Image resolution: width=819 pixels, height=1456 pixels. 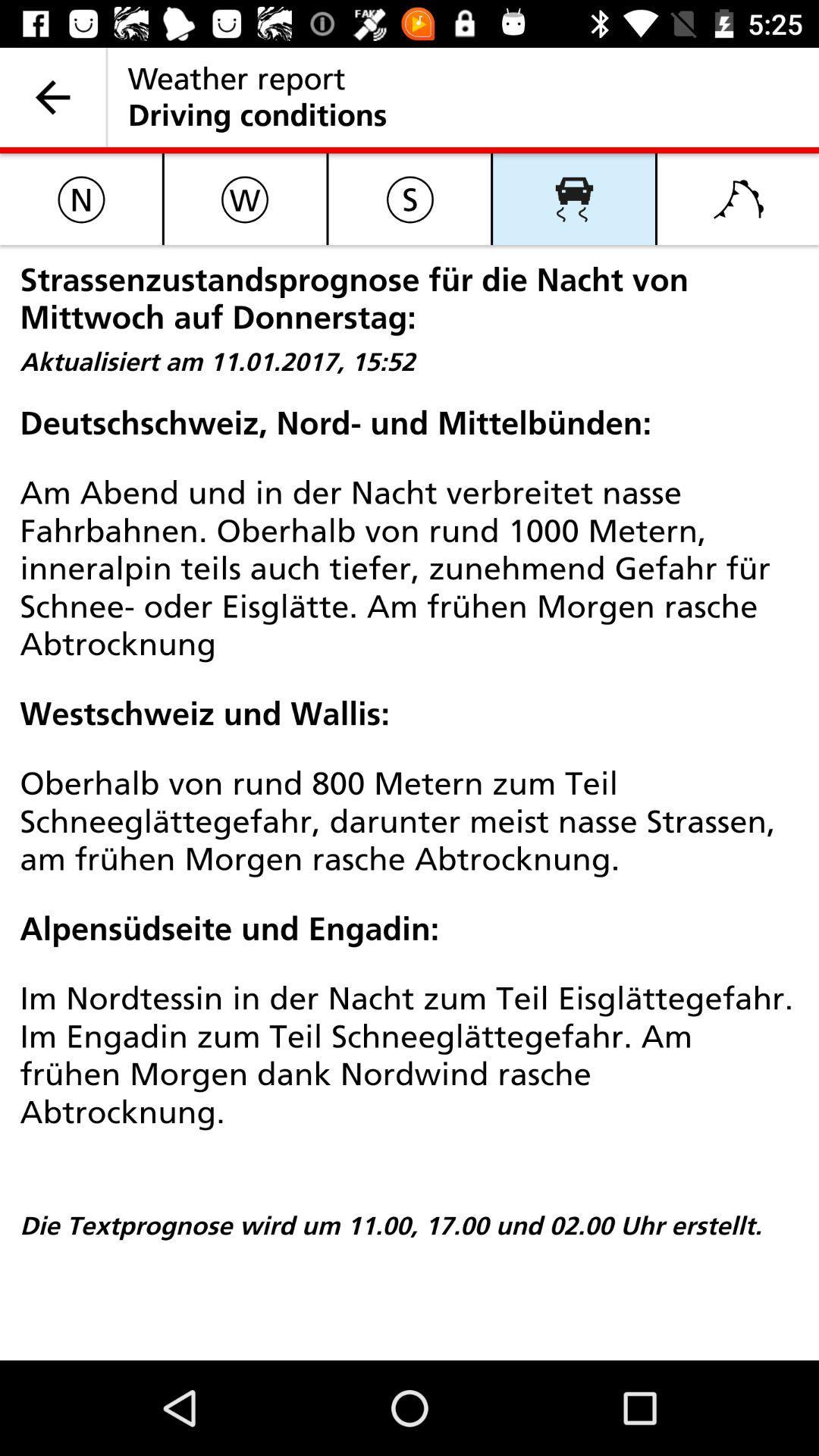 What do you see at coordinates (52, 96) in the screenshot?
I see `the icon next to weather report` at bounding box center [52, 96].